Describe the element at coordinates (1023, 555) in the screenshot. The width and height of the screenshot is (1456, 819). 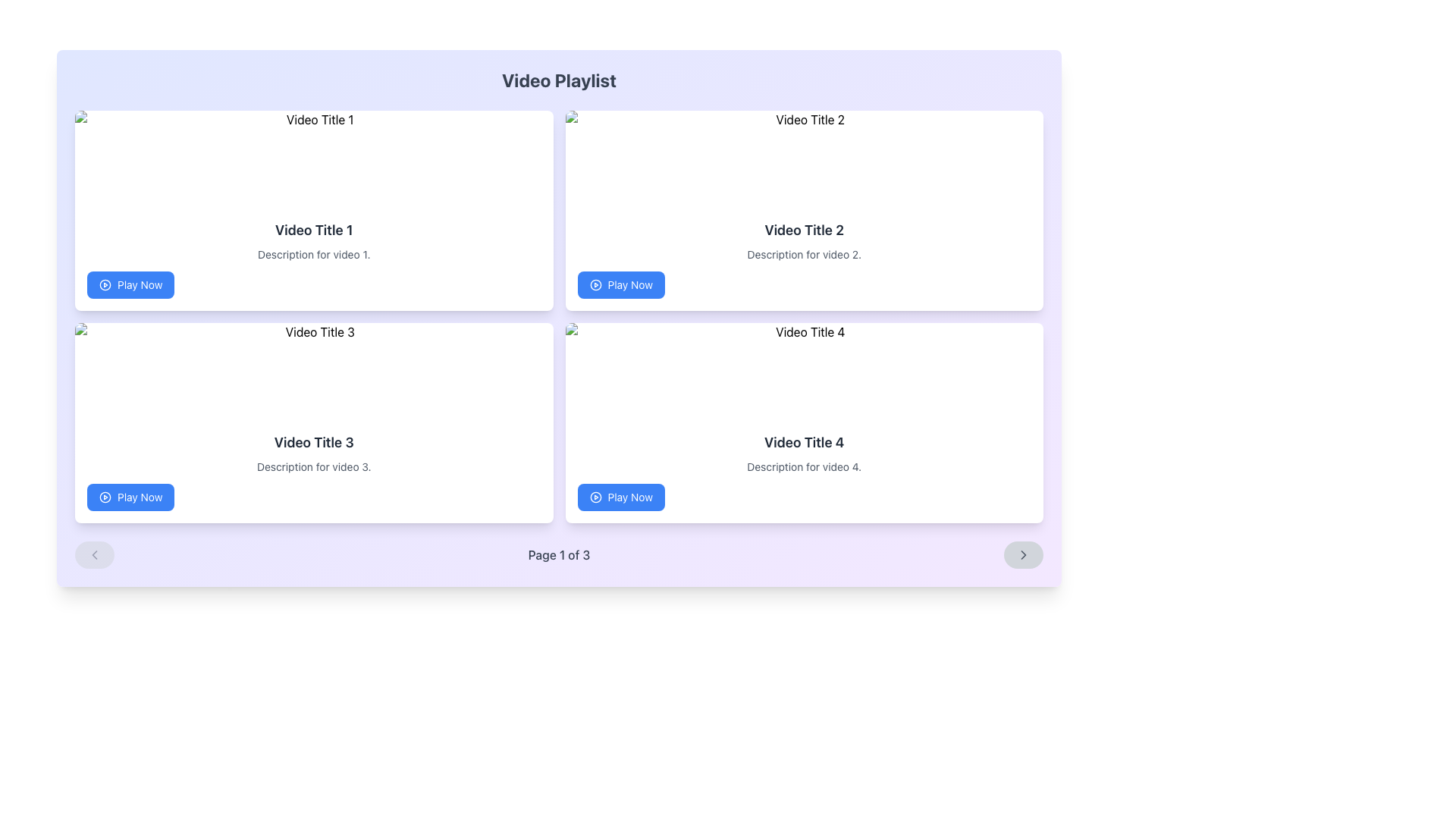
I see `the chevron-shaped right arrow icon located within the navigation button at the bottom right corner of the interface` at that location.